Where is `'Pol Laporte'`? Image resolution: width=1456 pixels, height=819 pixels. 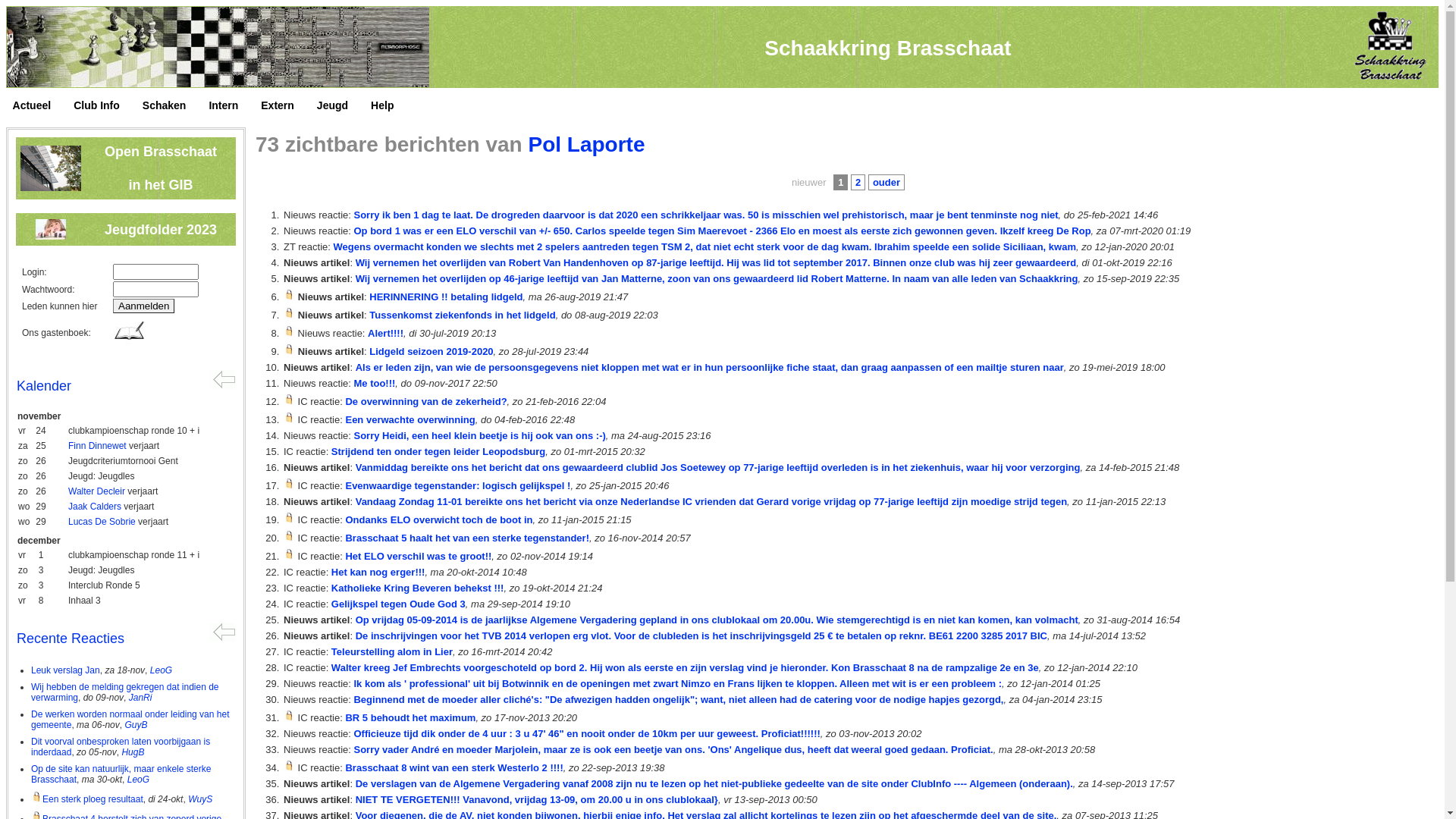 'Pol Laporte' is located at coordinates (585, 144).